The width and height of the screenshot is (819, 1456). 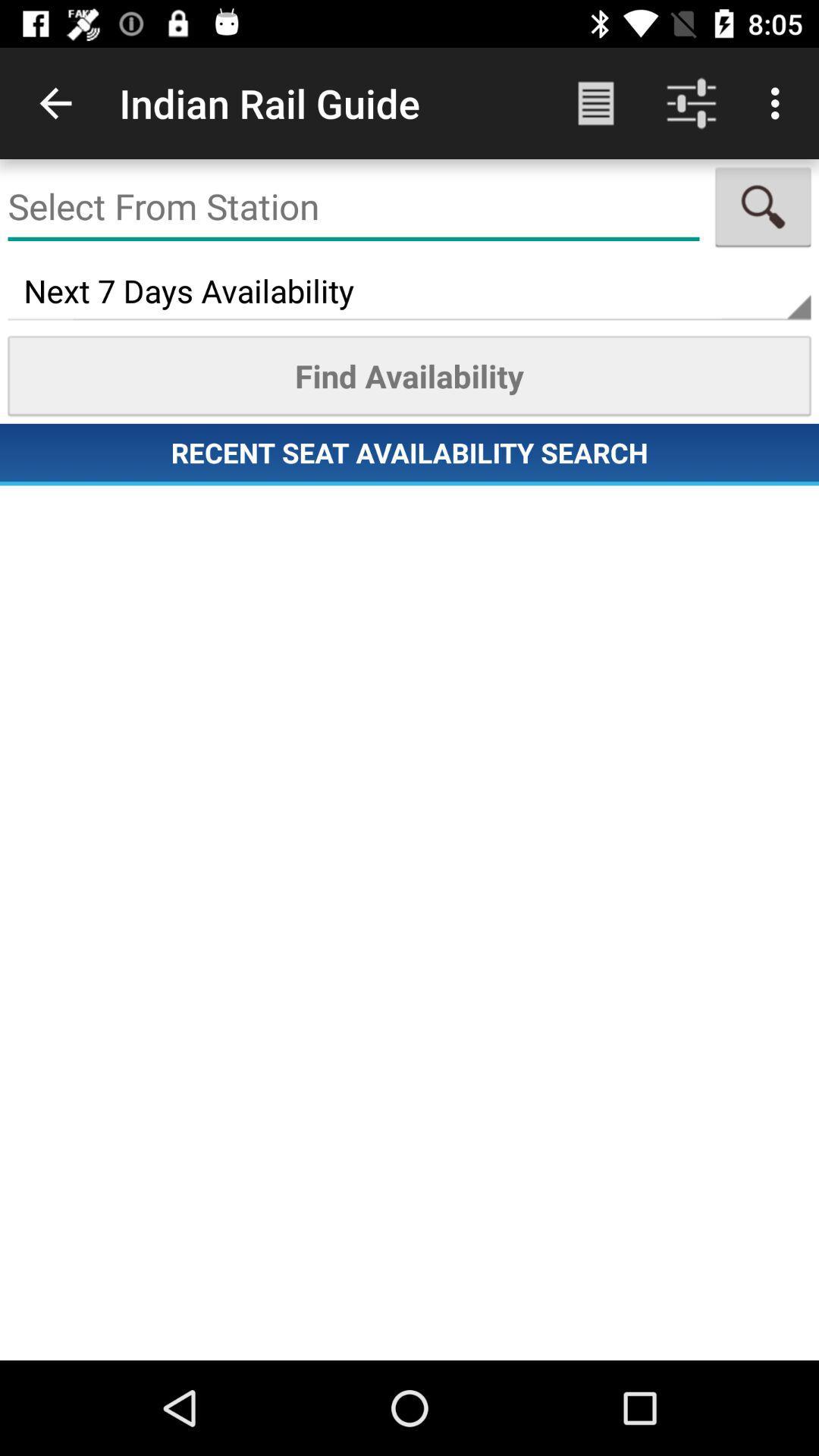 What do you see at coordinates (763, 206) in the screenshot?
I see `the search icon` at bounding box center [763, 206].